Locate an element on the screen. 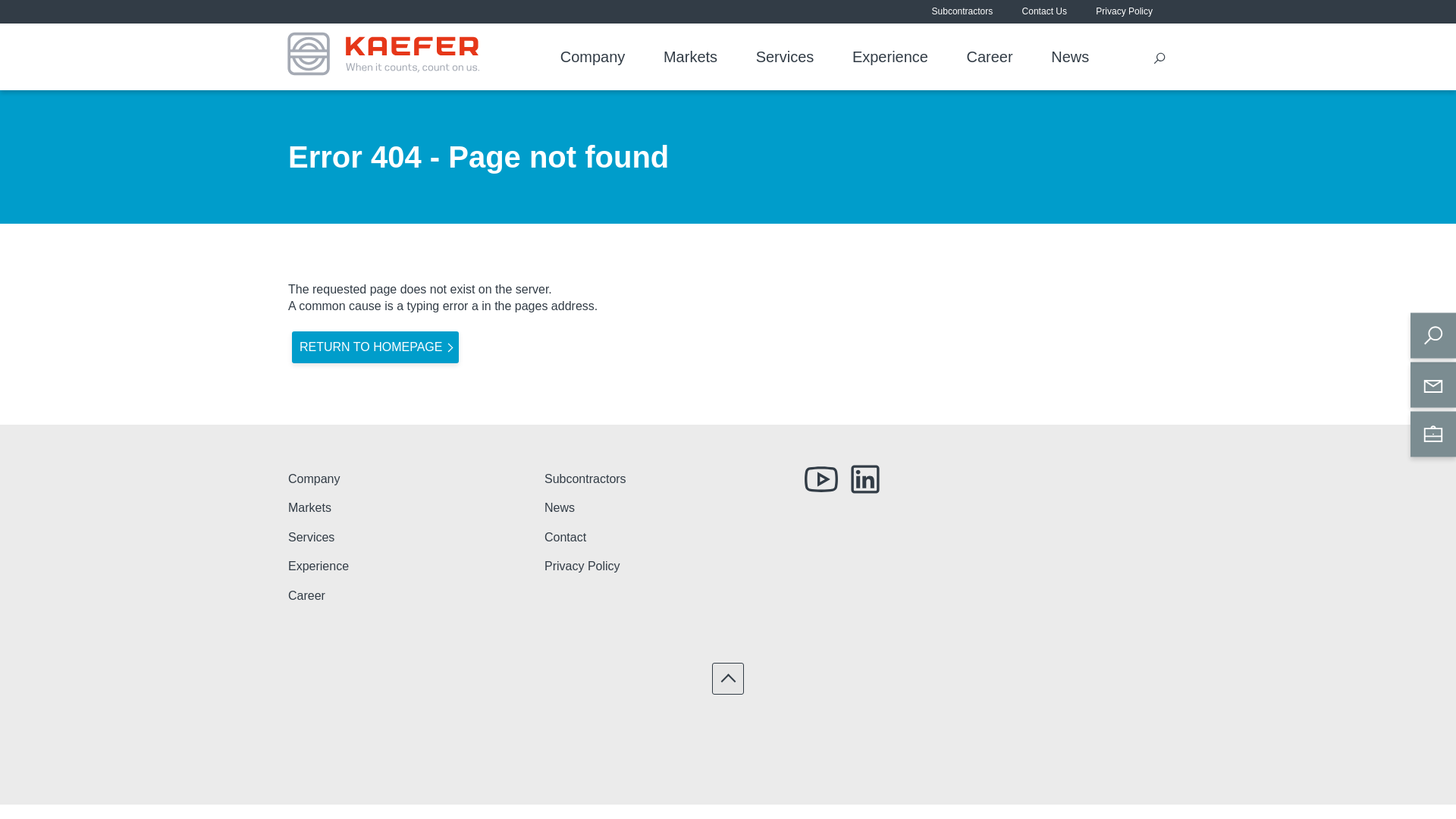  'RETURN TO HOMEPAGE' is located at coordinates (375, 347).